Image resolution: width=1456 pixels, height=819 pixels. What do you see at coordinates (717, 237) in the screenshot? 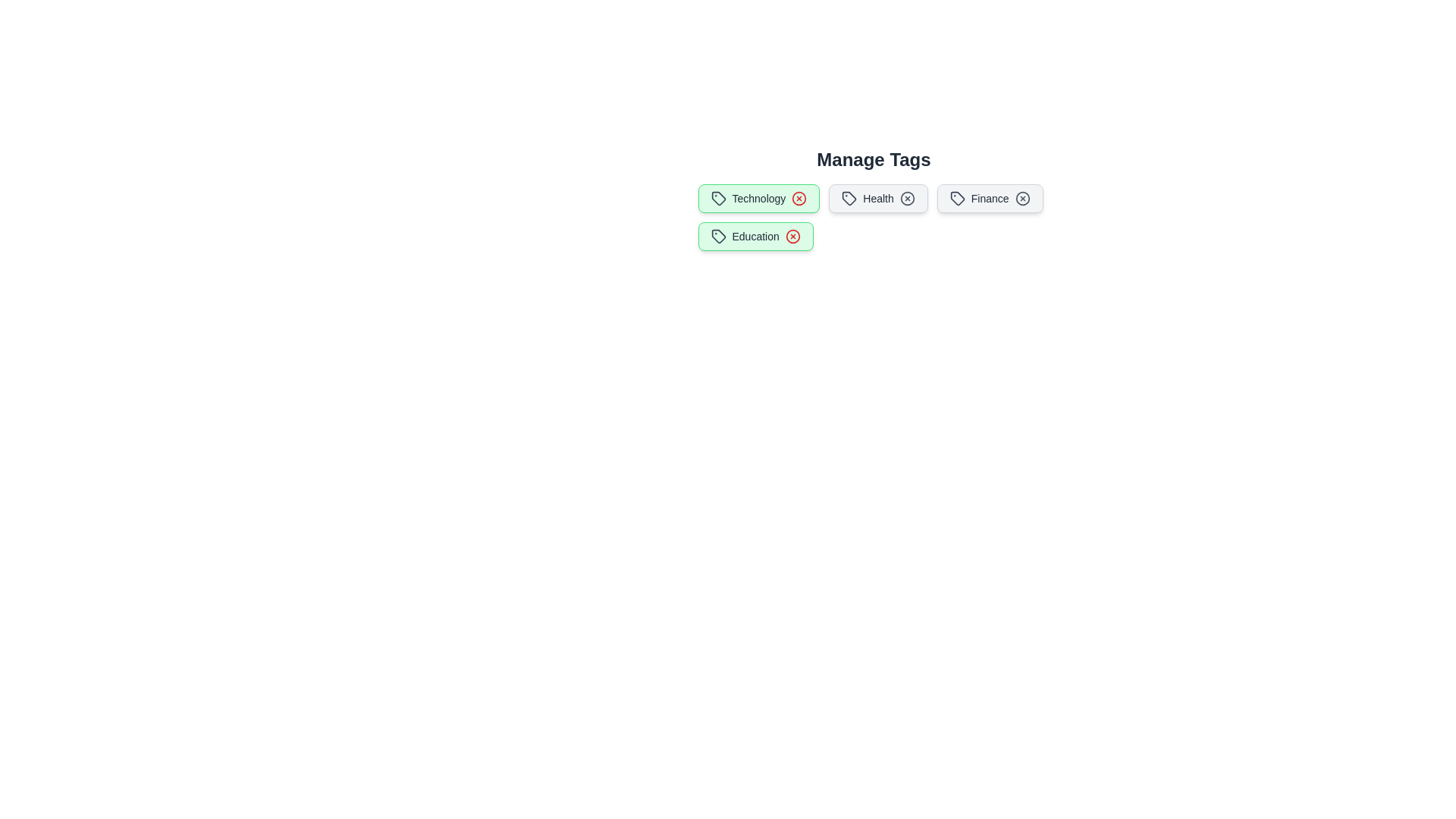
I see `the icon within the tag labeled Education` at bounding box center [717, 237].